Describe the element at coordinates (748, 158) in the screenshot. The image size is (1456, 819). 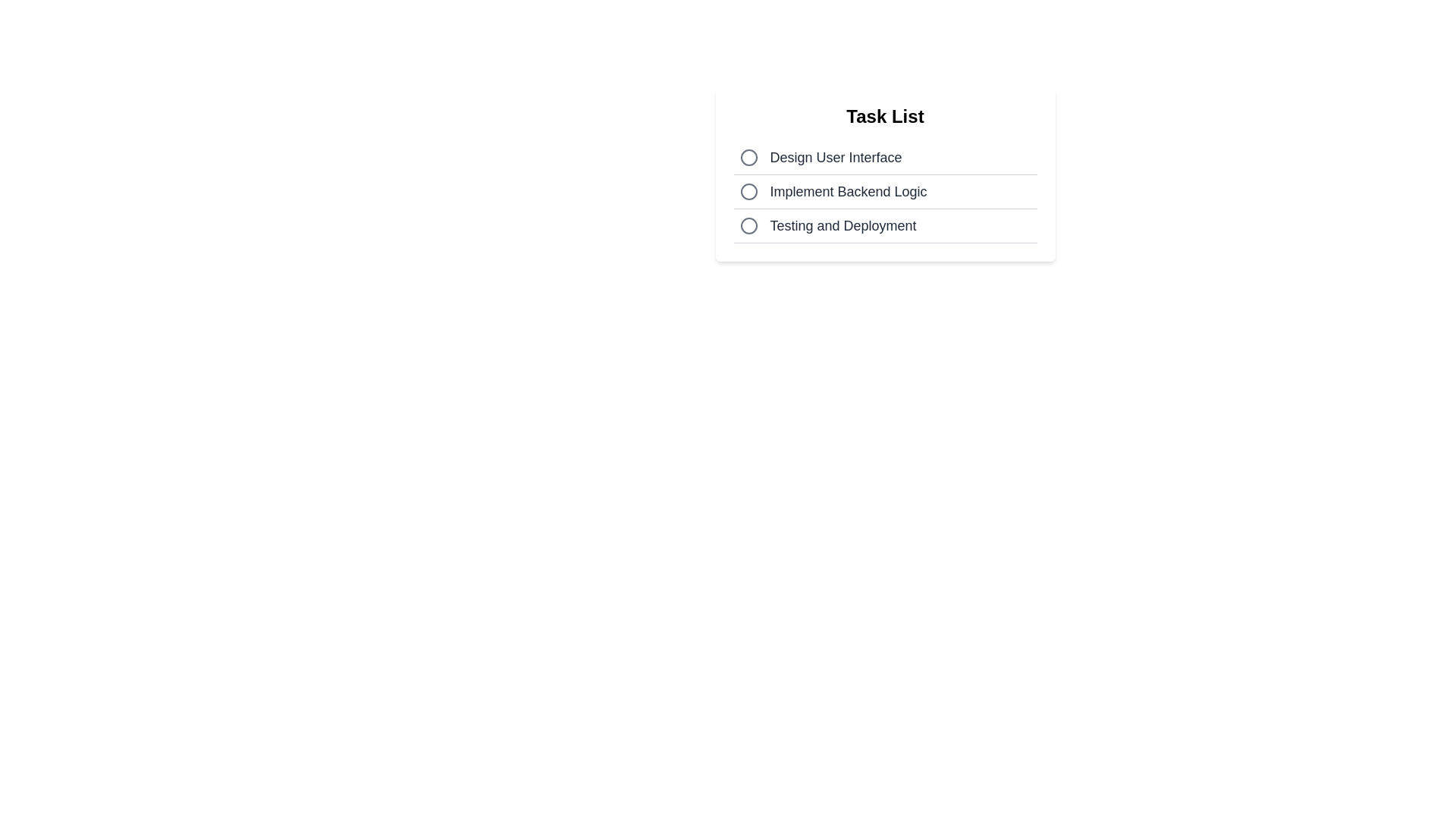
I see `the transparent gray outlined circle in the first row of icons under the 'Task List' heading` at that location.